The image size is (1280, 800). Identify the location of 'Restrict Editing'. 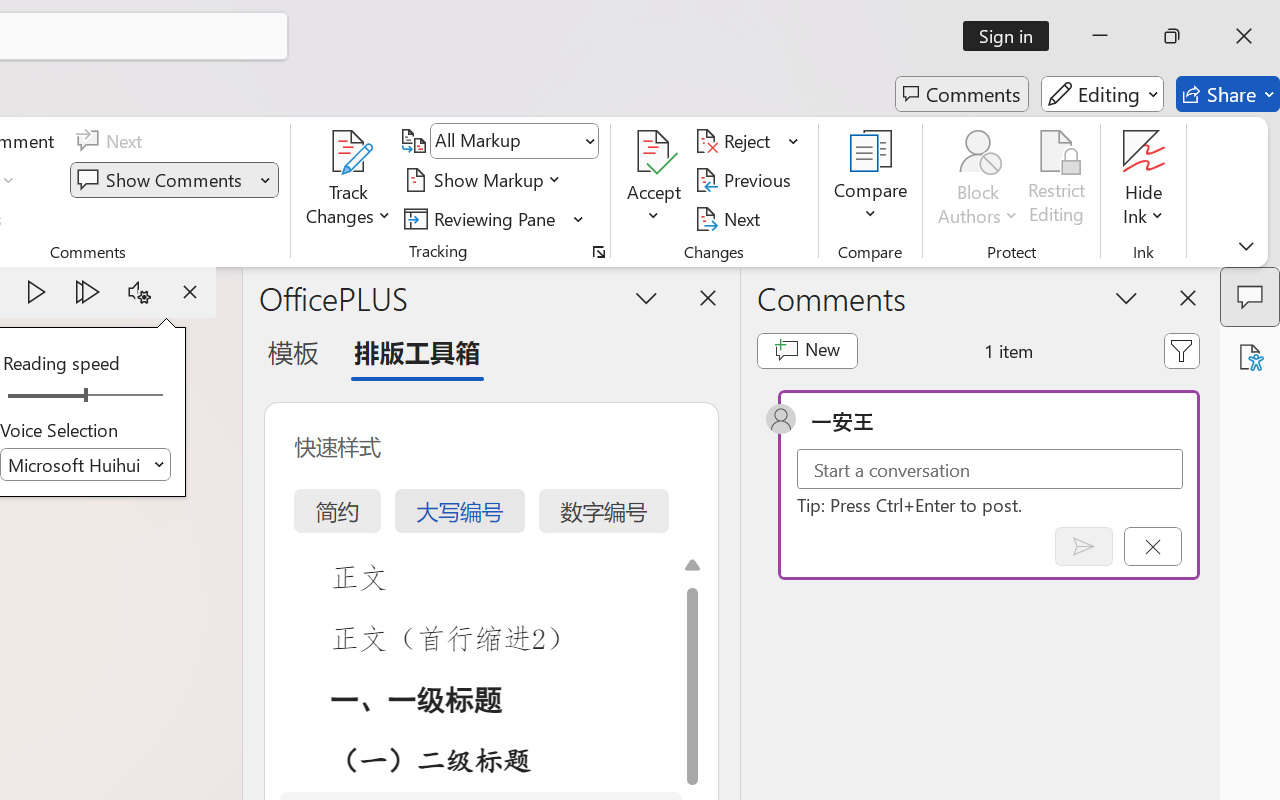
(1056, 179).